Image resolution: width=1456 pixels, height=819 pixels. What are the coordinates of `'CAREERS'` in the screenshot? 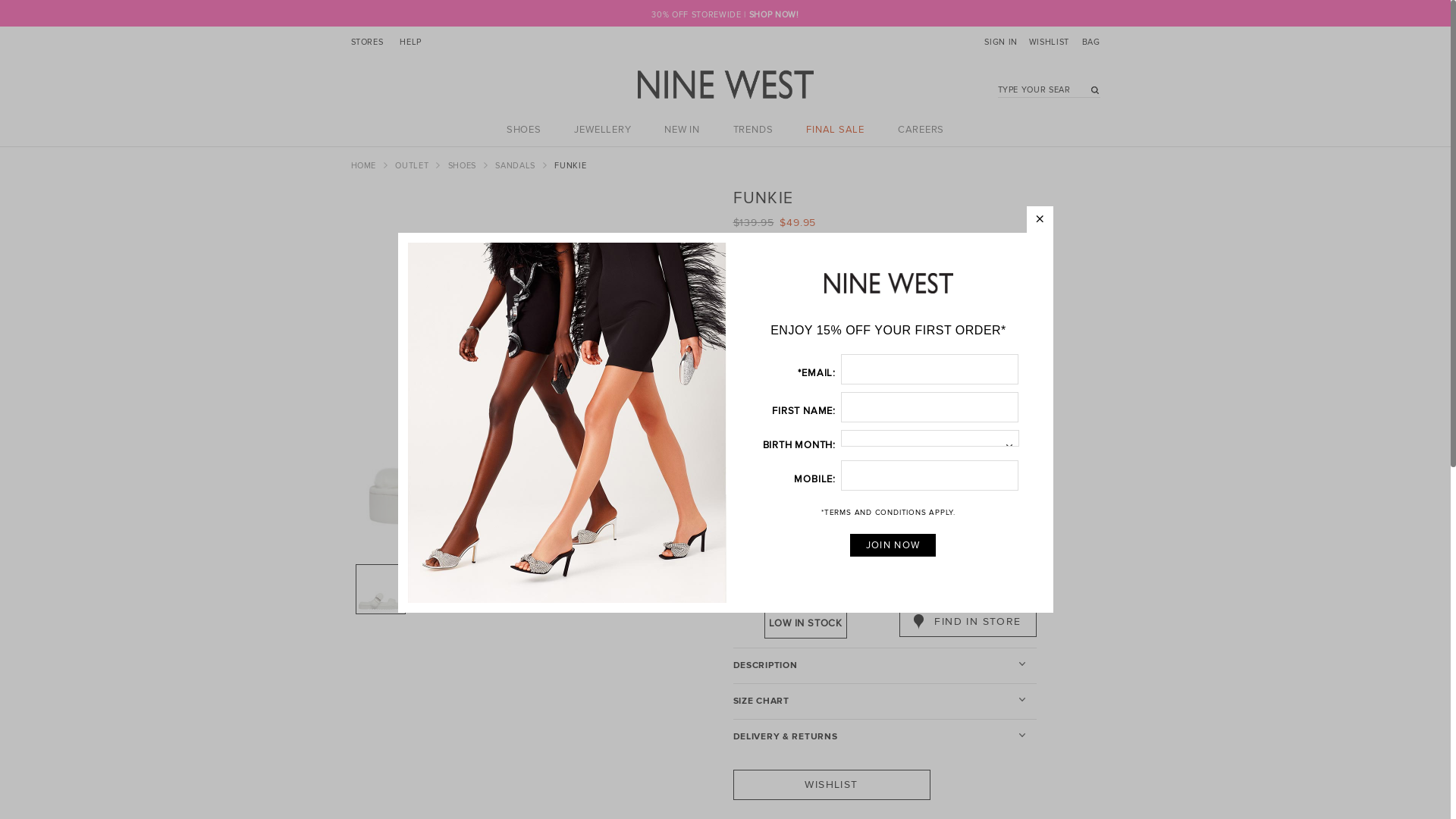 It's located at (920, 128).